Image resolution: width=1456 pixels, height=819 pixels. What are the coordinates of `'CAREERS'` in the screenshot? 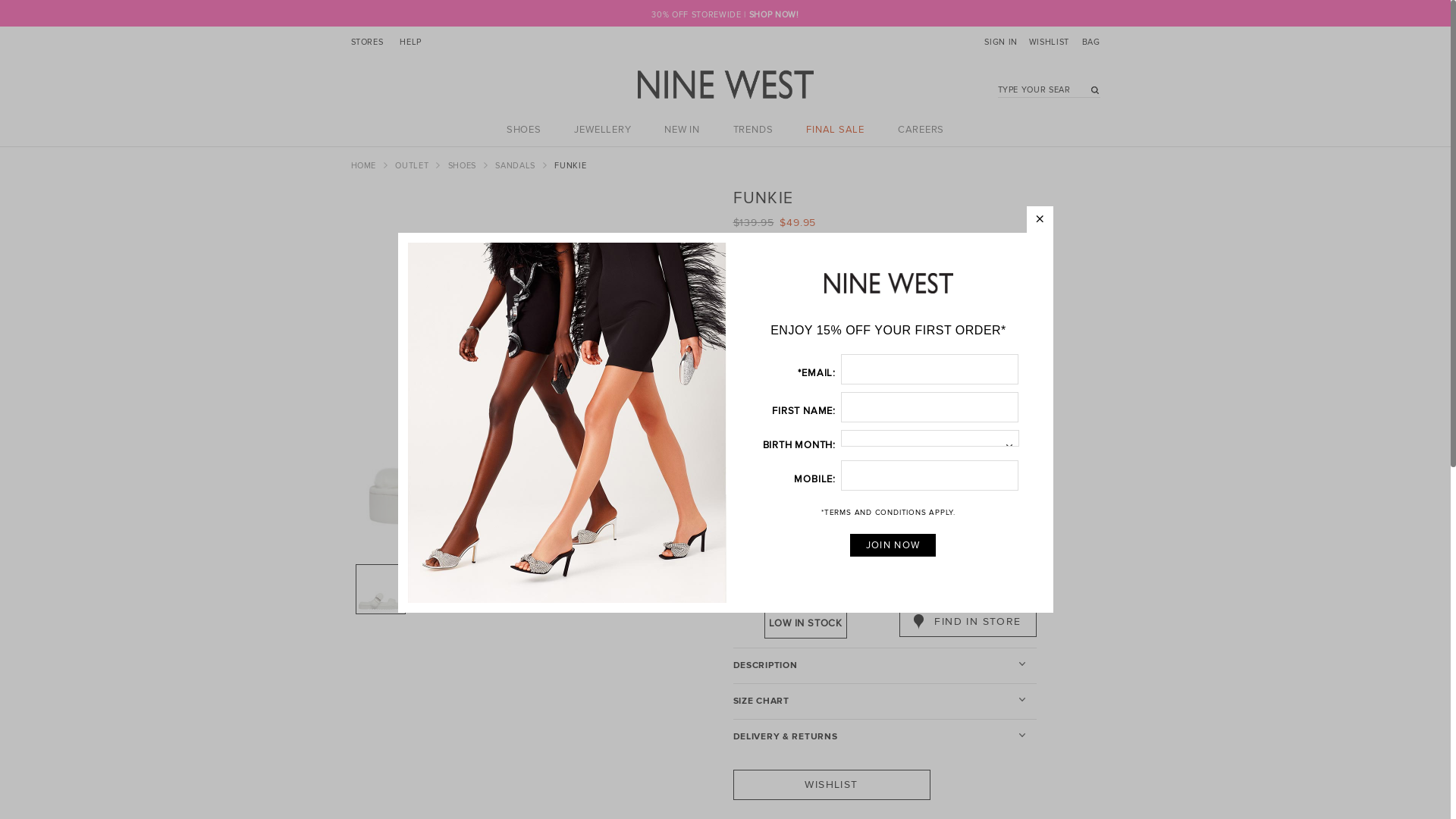 It's located at (920, 128).